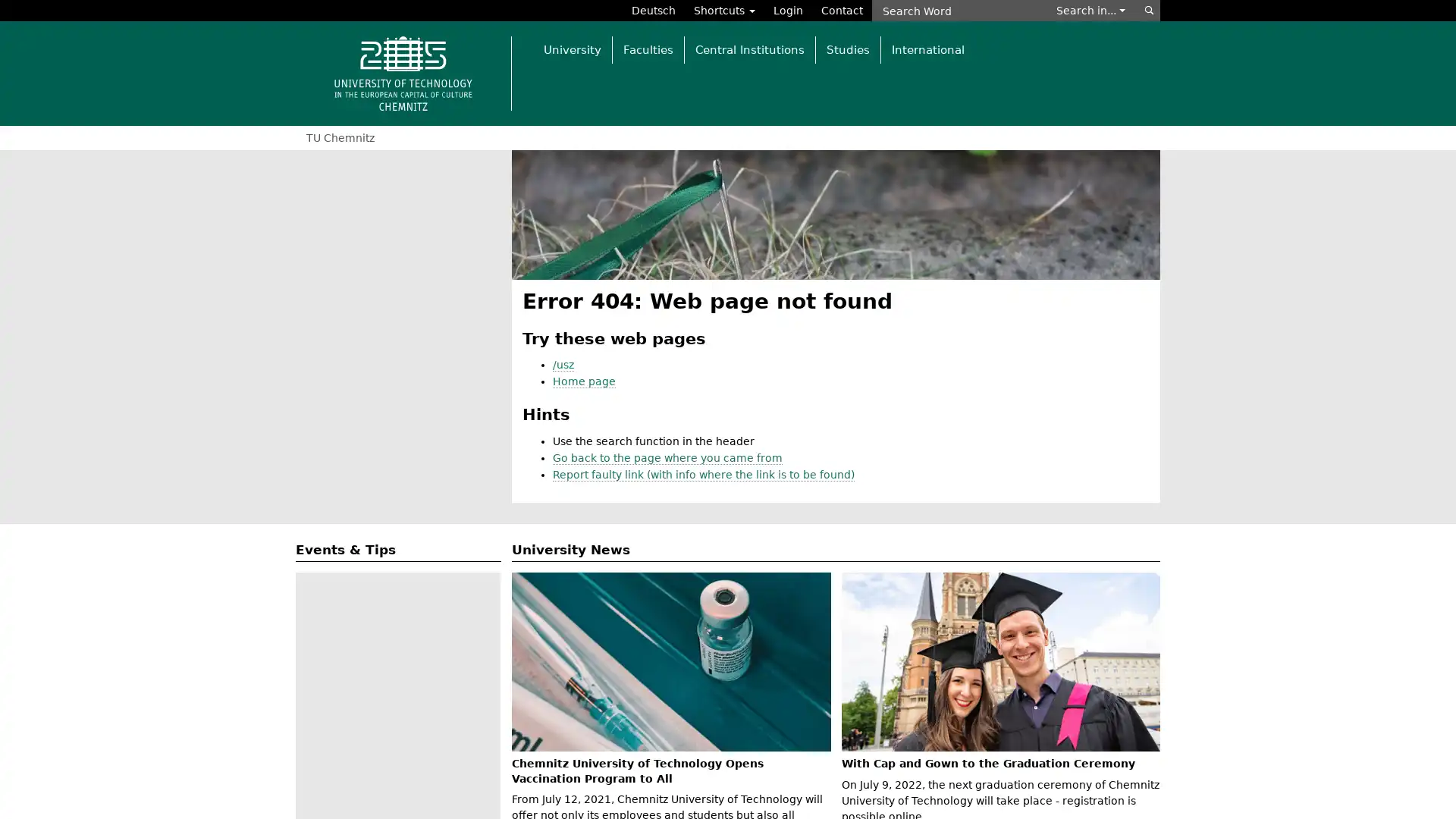  What do you see at coordinates (927, 49) in the screenshot?
I see `International` at bounding box center [927, 49].